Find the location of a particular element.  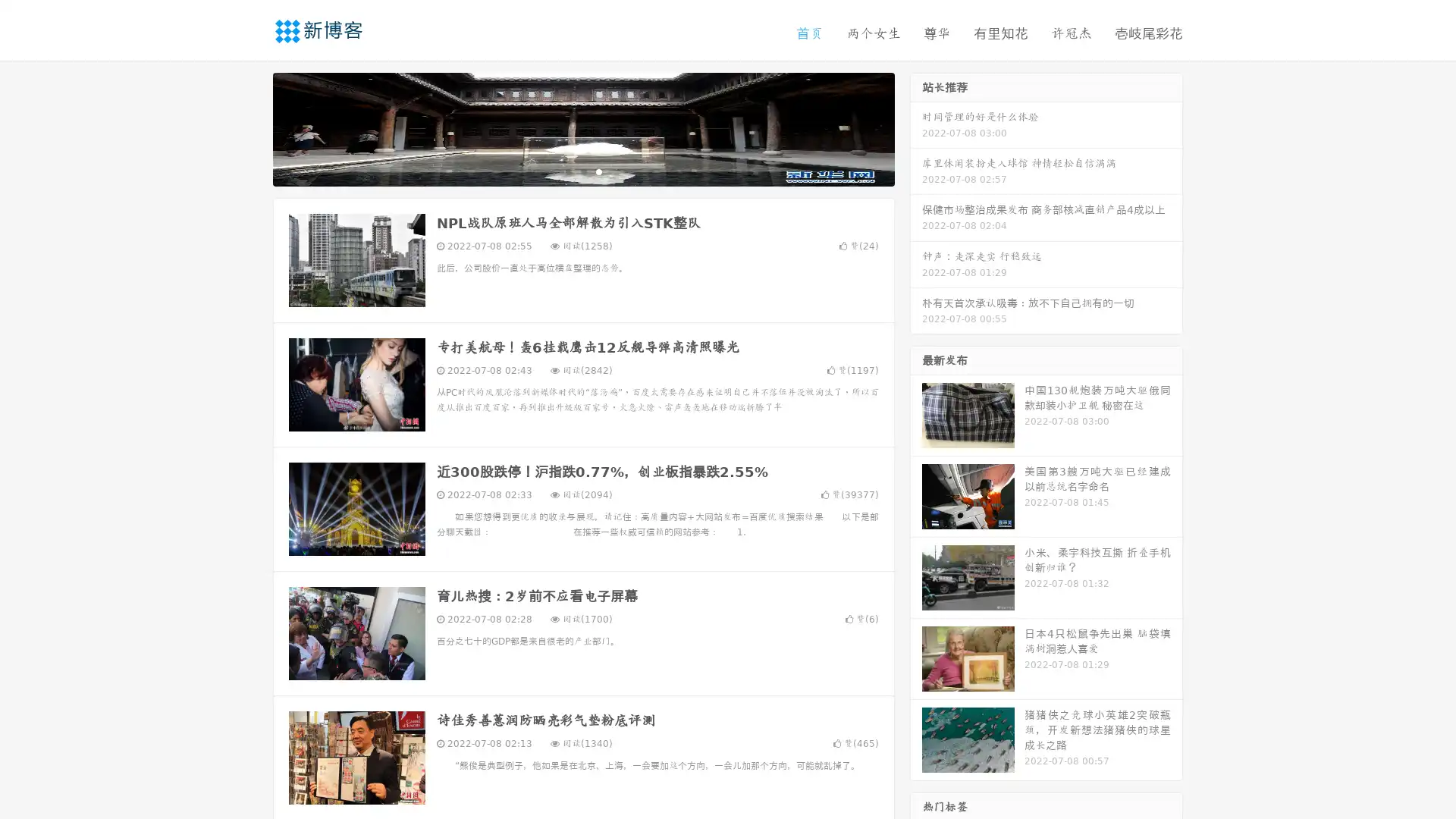

Next slide is located at coordinates (916, 127).